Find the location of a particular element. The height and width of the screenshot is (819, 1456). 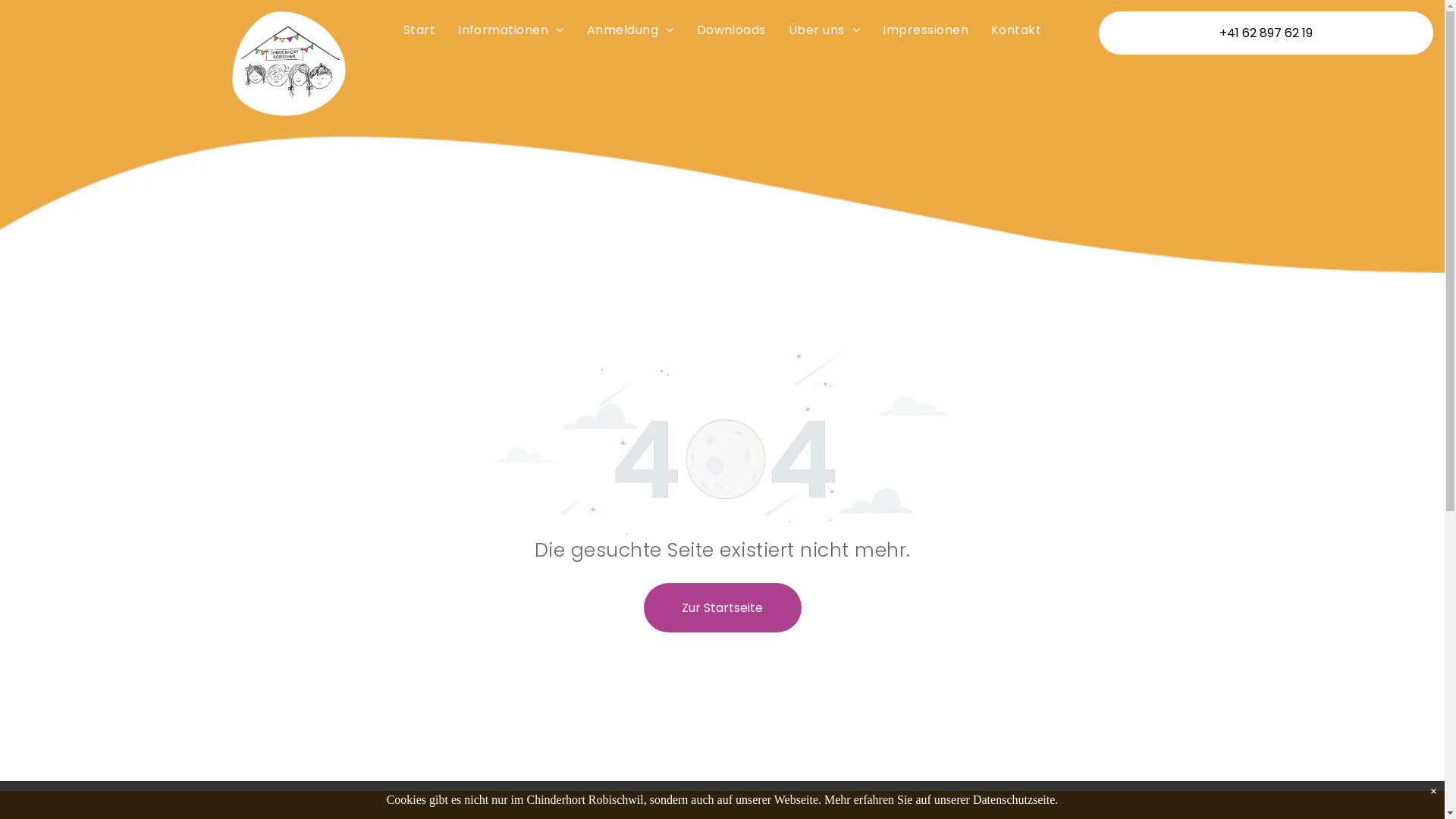

'Kontakt' is located at coordinates (1015, 29).